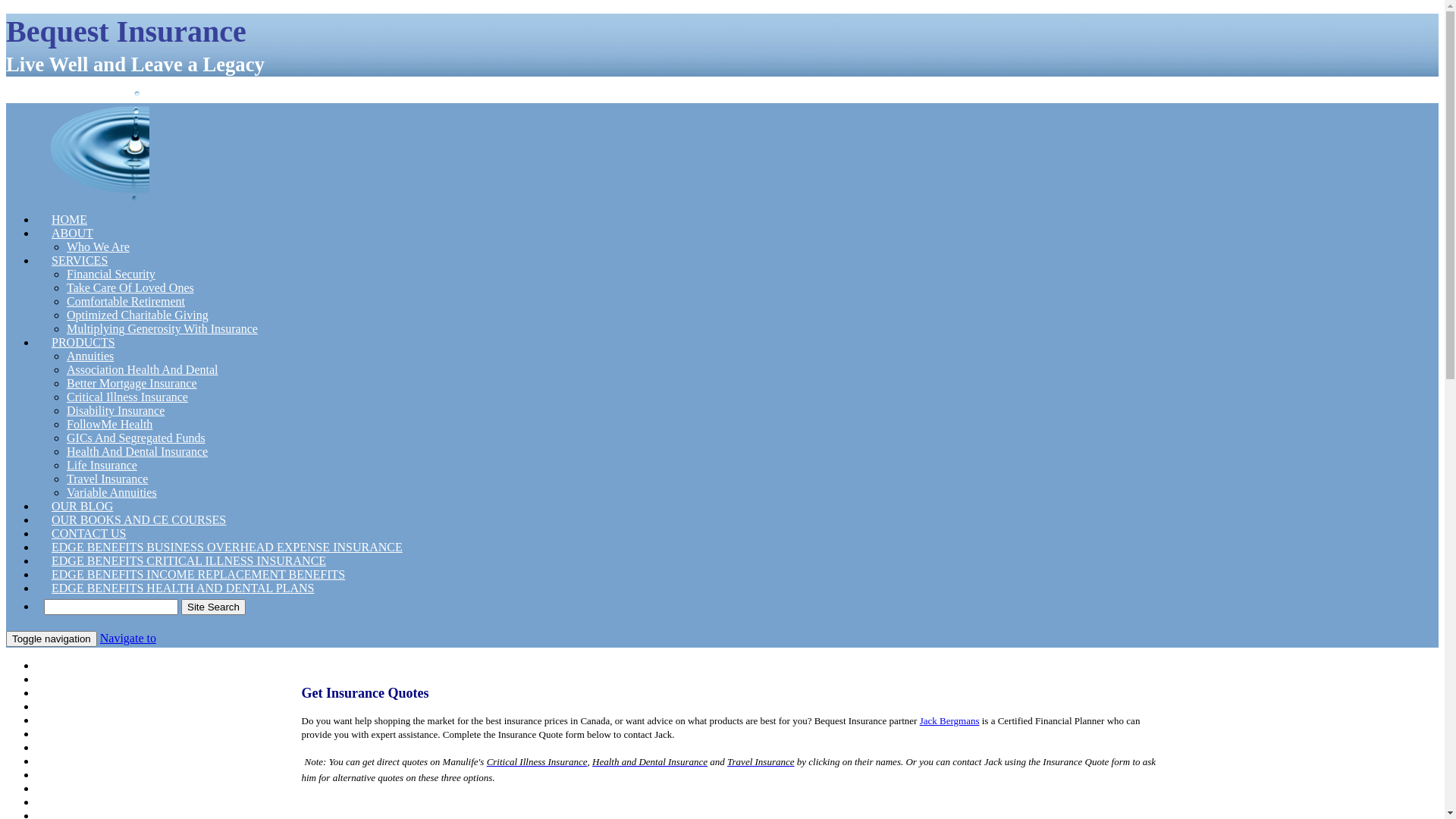 This screenshot has height=819, width=1456. What do you see at coordinates (65, 492) in the screenshot?
I see `'Variable Annuities'` at bounding box center [65, 492].